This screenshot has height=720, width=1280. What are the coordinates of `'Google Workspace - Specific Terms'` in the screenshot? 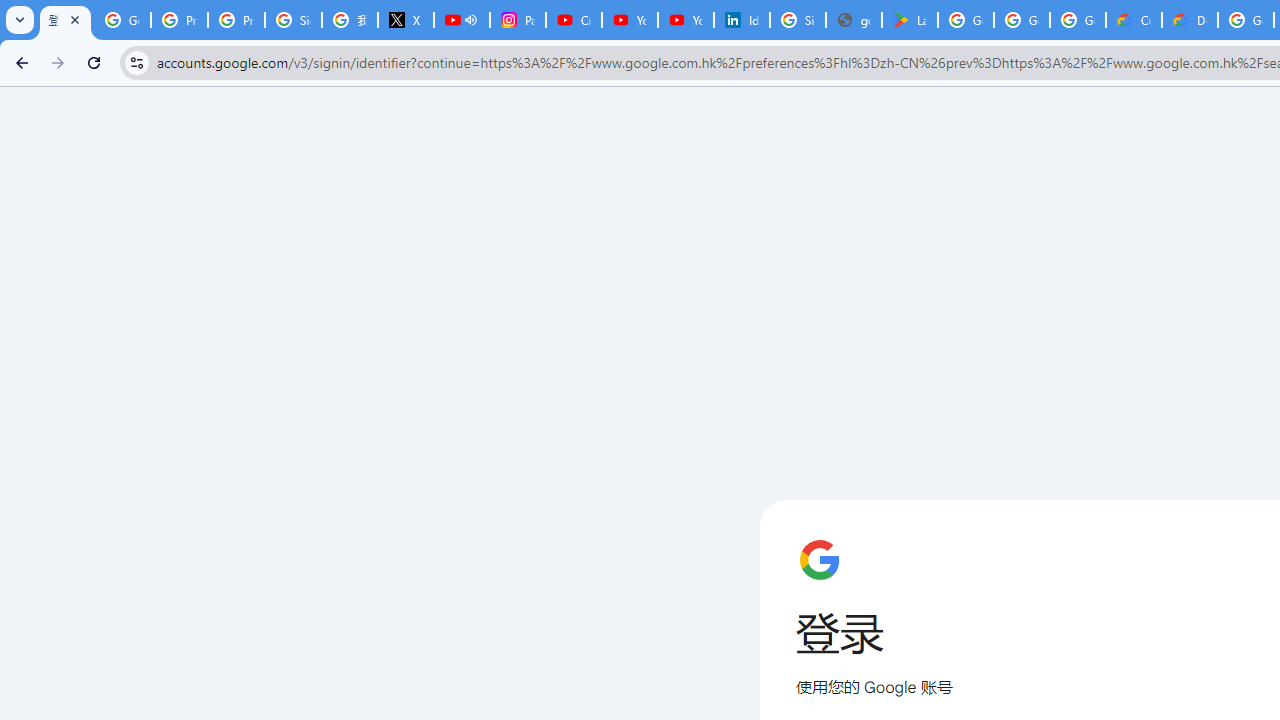 It's located at (1022, 20).